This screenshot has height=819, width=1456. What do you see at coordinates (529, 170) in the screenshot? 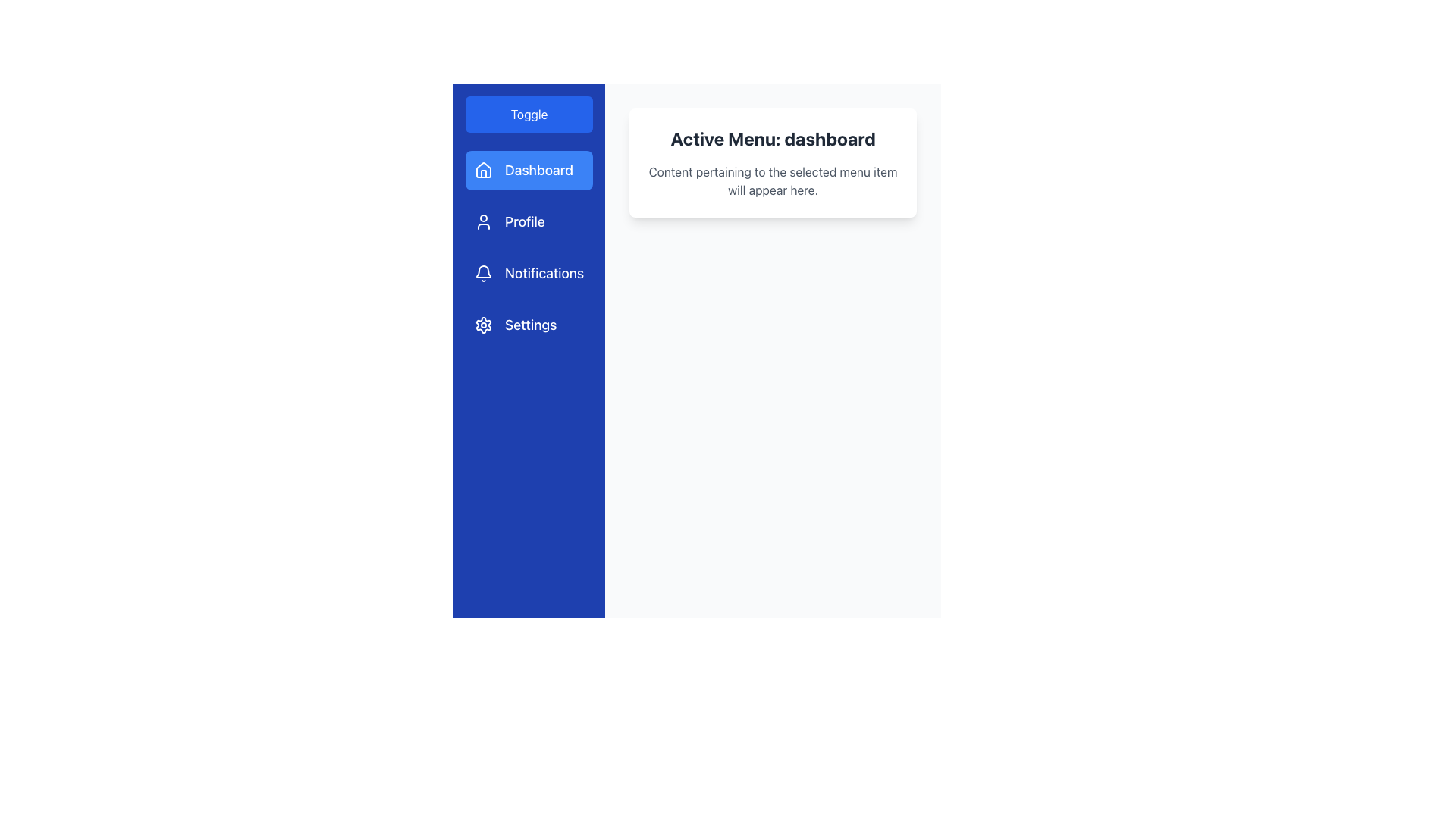
I see `the 'Dashboard' navigation button located in the left sidebar` at bounding box center [529, 170].